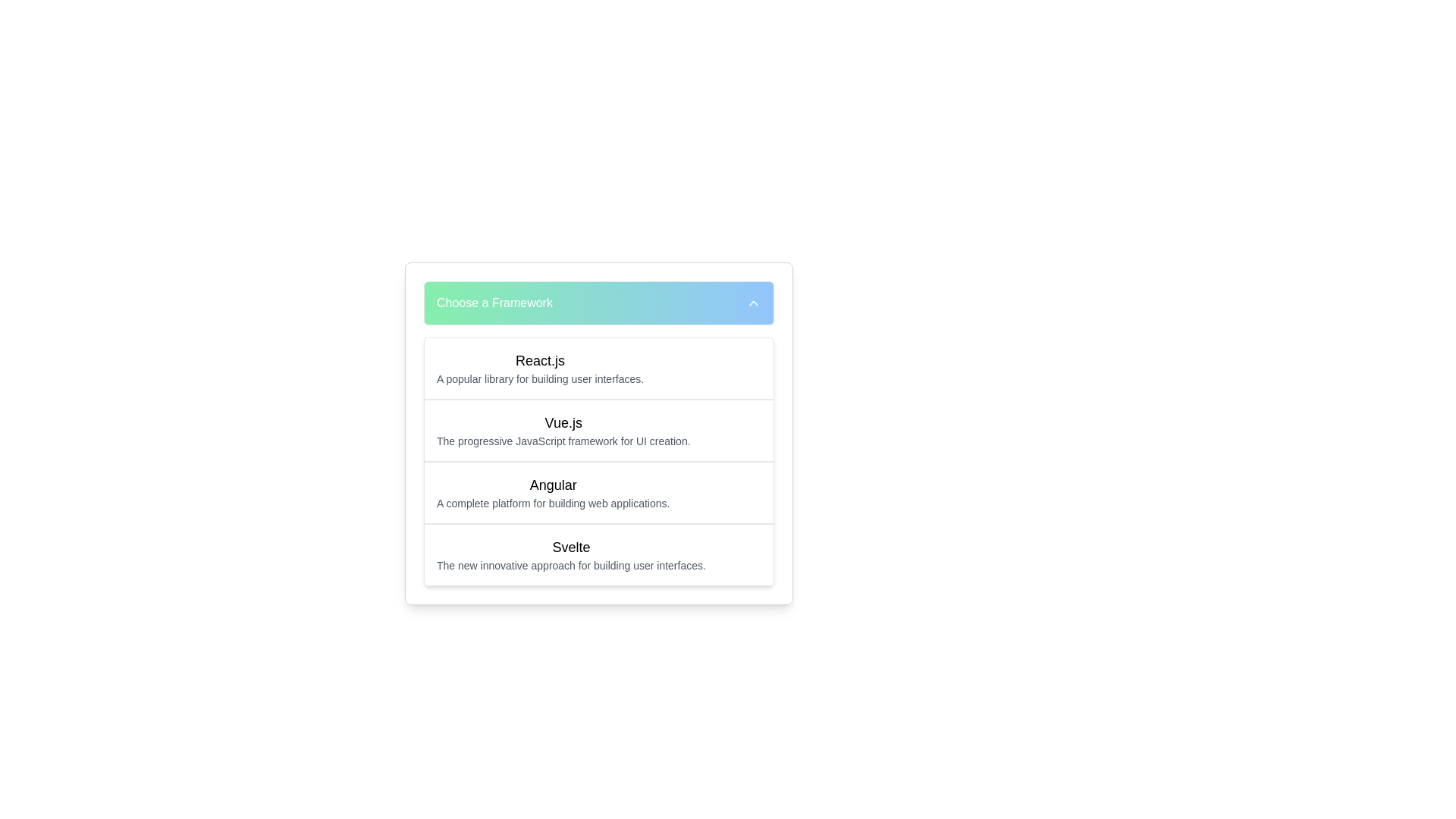  I want to click on the Informational section titled 'Vue.js', which includes a subtitle describing it as 'The progressive JavaScript framework for UI creation.', so click(598, 430).